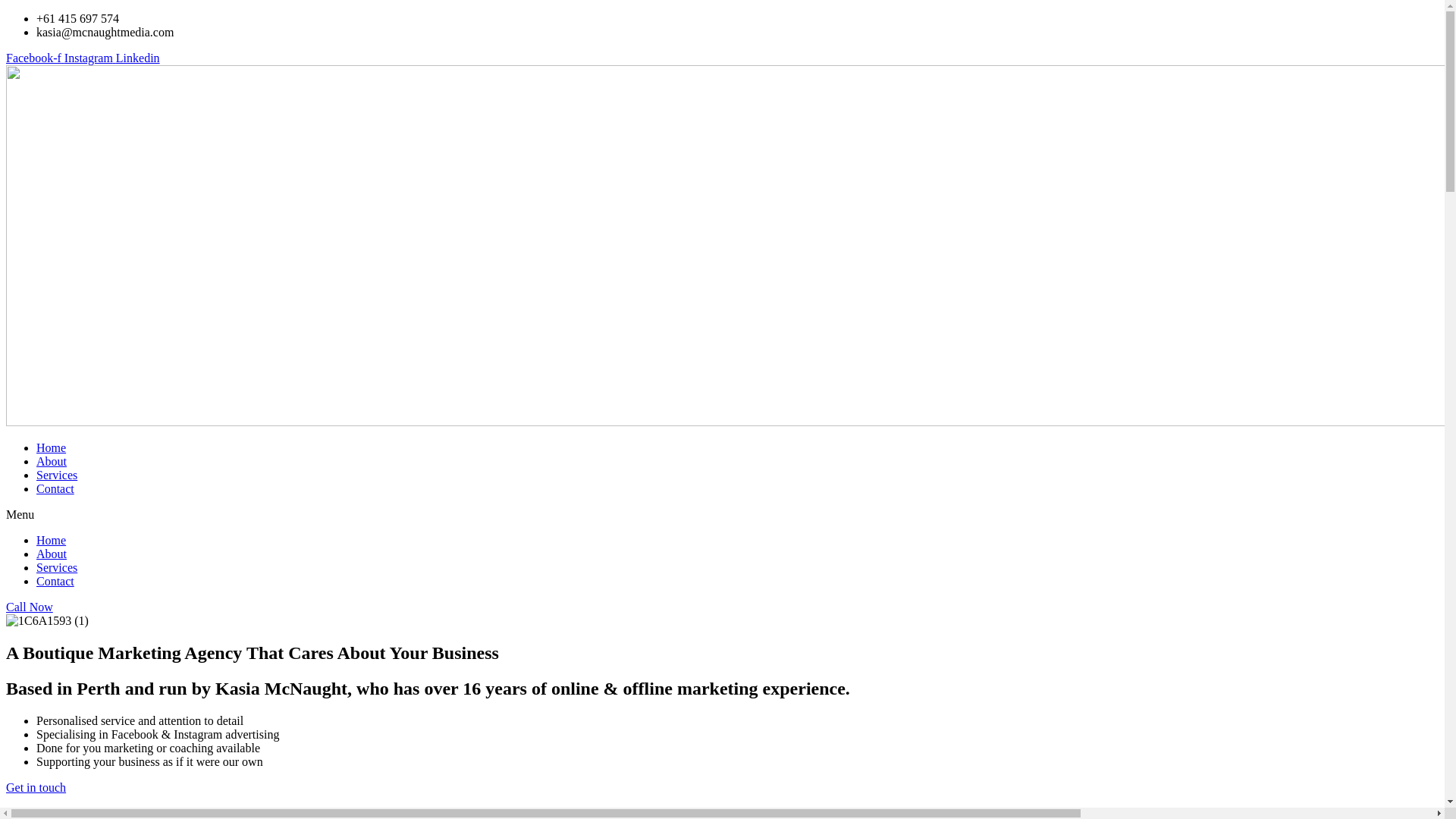 The width and height of the screenshot is (1456, 819). Describe the element at coordinates (57, 567) in the screenshot. I see `'Services'` at that location.